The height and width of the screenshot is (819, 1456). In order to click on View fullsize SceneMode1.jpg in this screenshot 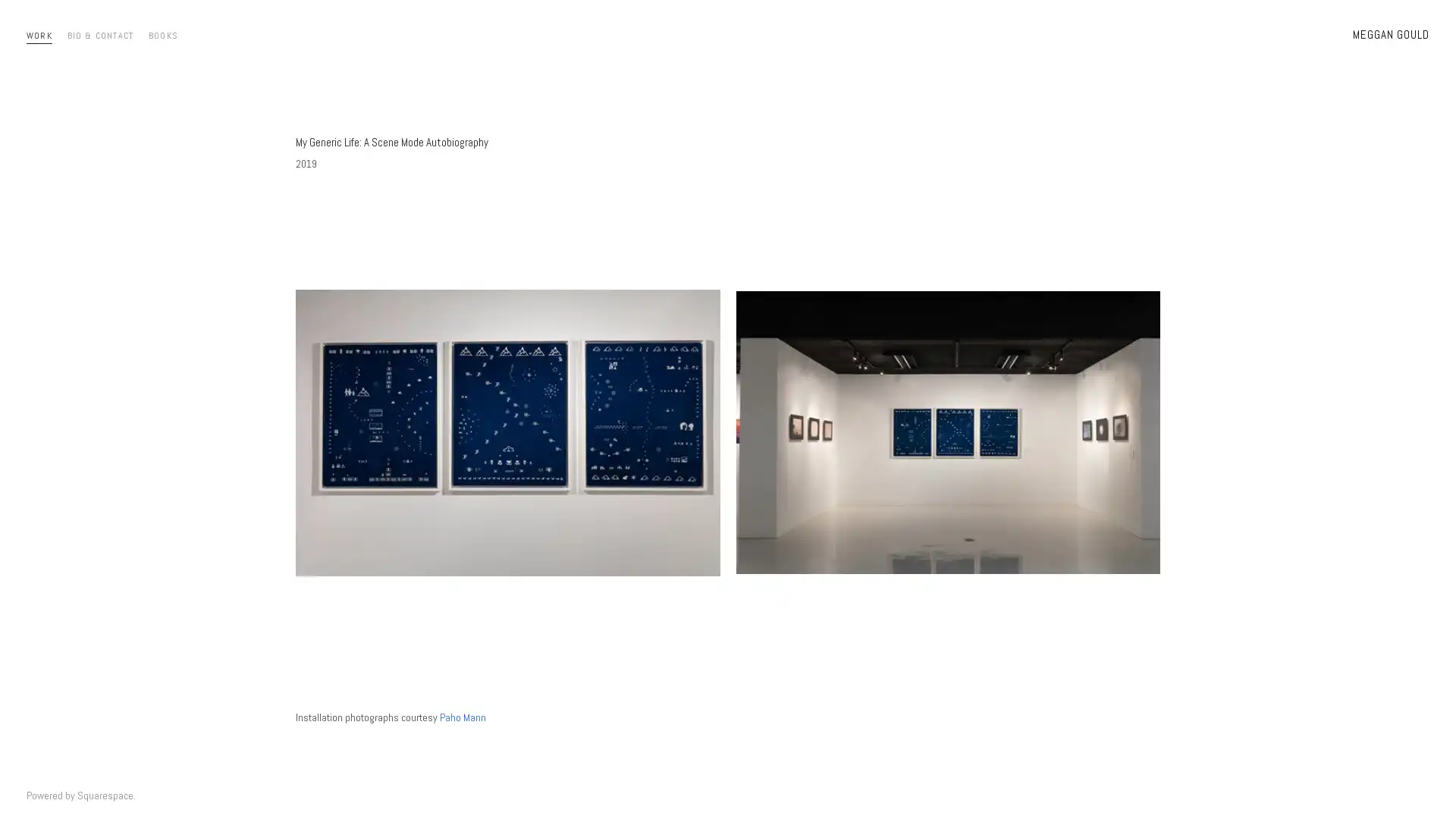, I will do `click(507, 432)`.